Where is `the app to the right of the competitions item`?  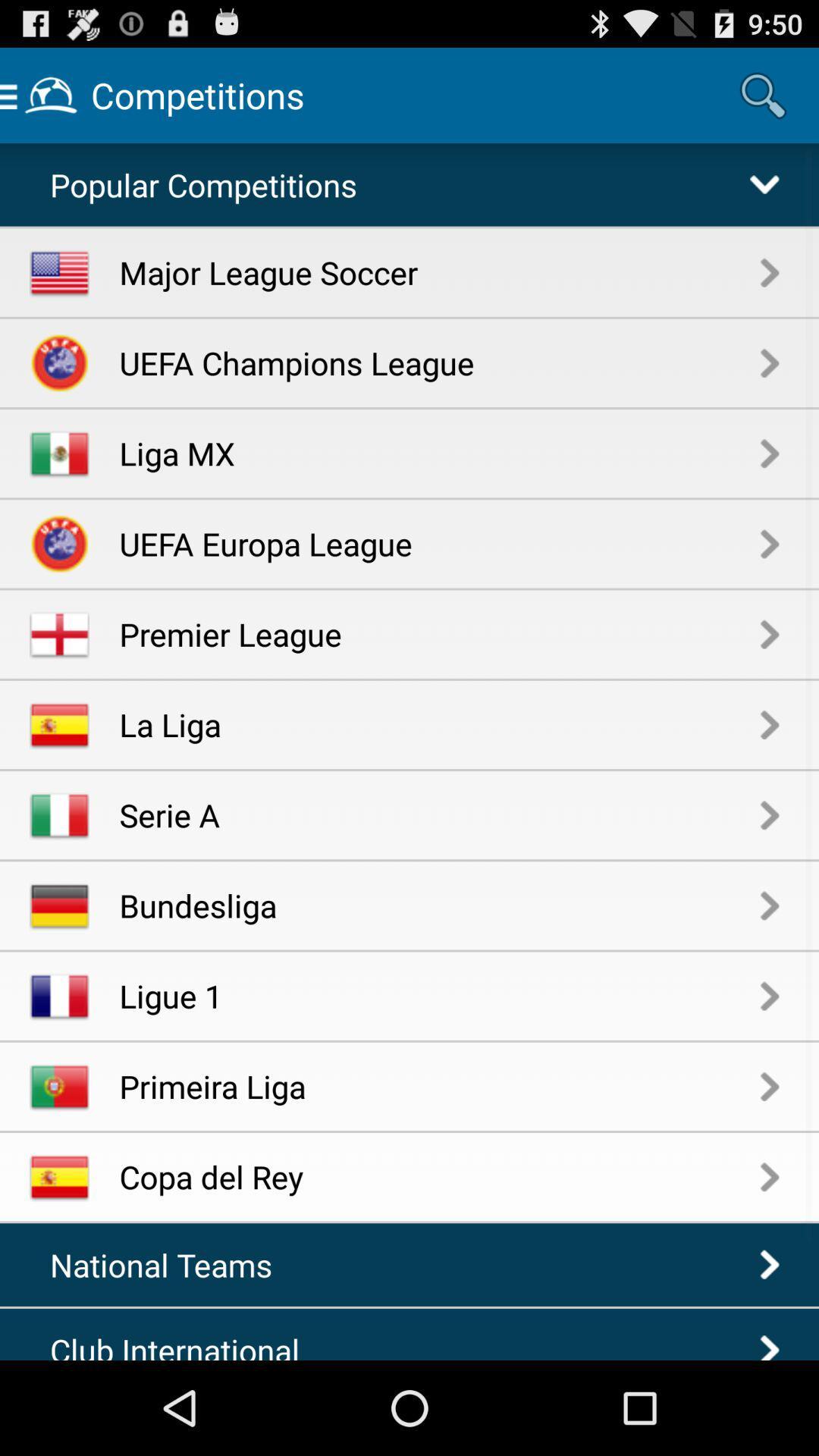
the app to the right of the competitions item is located at coordinates (763, 94).